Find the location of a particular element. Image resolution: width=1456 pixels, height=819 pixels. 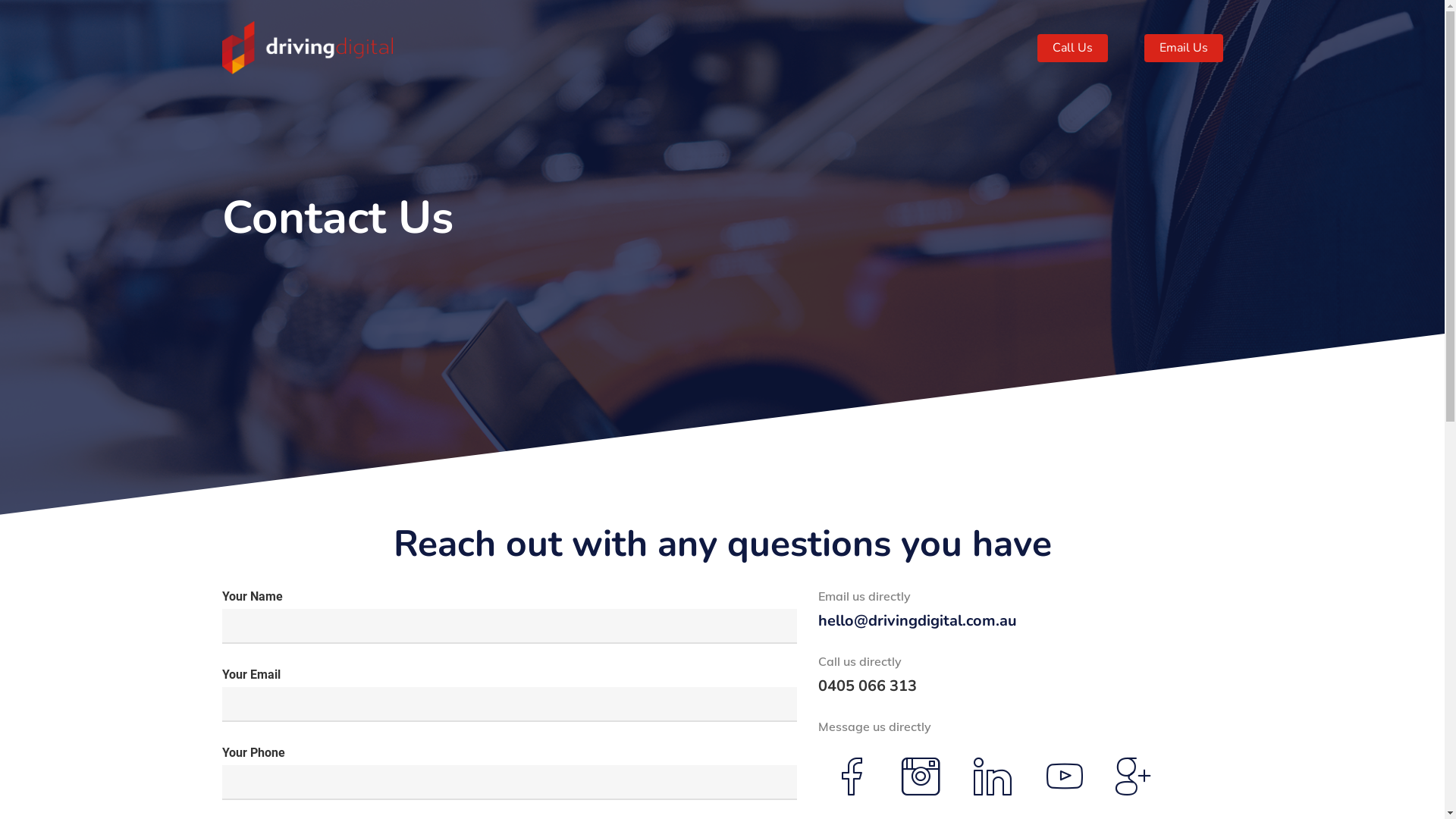

'Email Us' is located at coordinates (1182, 46).